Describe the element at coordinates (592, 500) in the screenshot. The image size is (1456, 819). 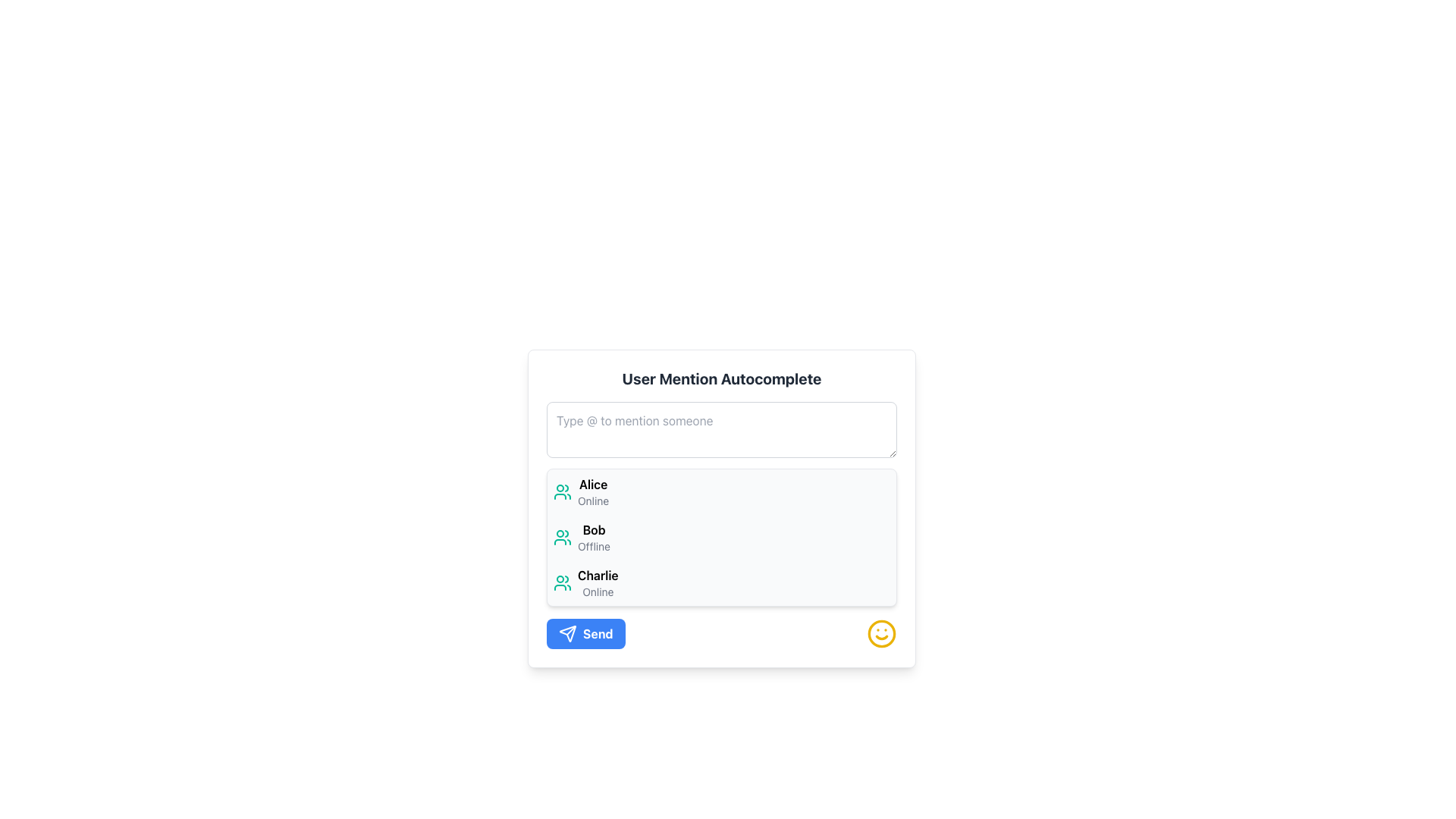
I see `the text label that reads 'Online', which is styled in light gray and positioned below the name 'Alice' in the user mention autocomplete interface` at that location.